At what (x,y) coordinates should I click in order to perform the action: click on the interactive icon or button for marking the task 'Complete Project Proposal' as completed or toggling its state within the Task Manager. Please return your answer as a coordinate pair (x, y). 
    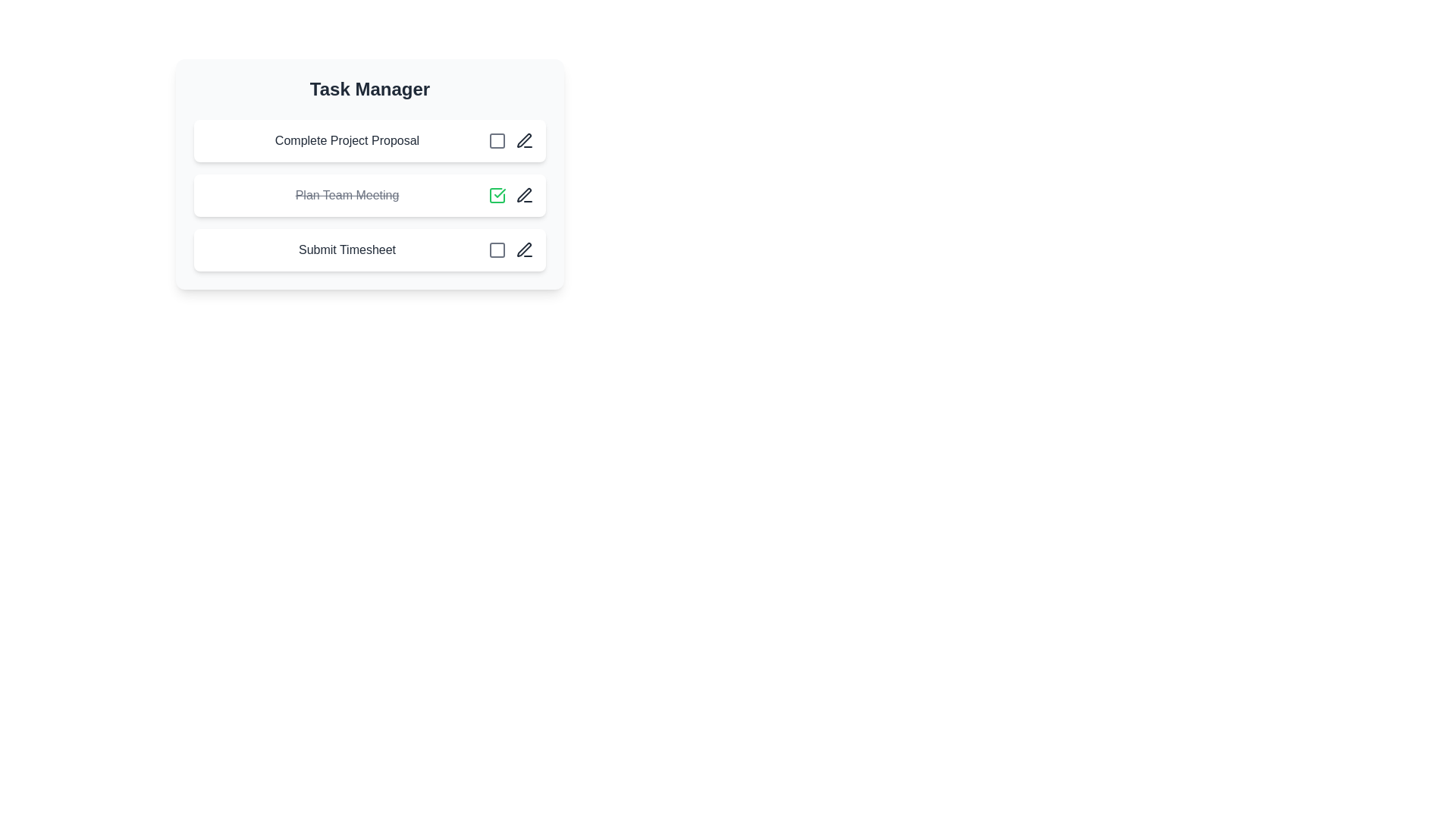
    Looking at the image, I should click on (497, 140).